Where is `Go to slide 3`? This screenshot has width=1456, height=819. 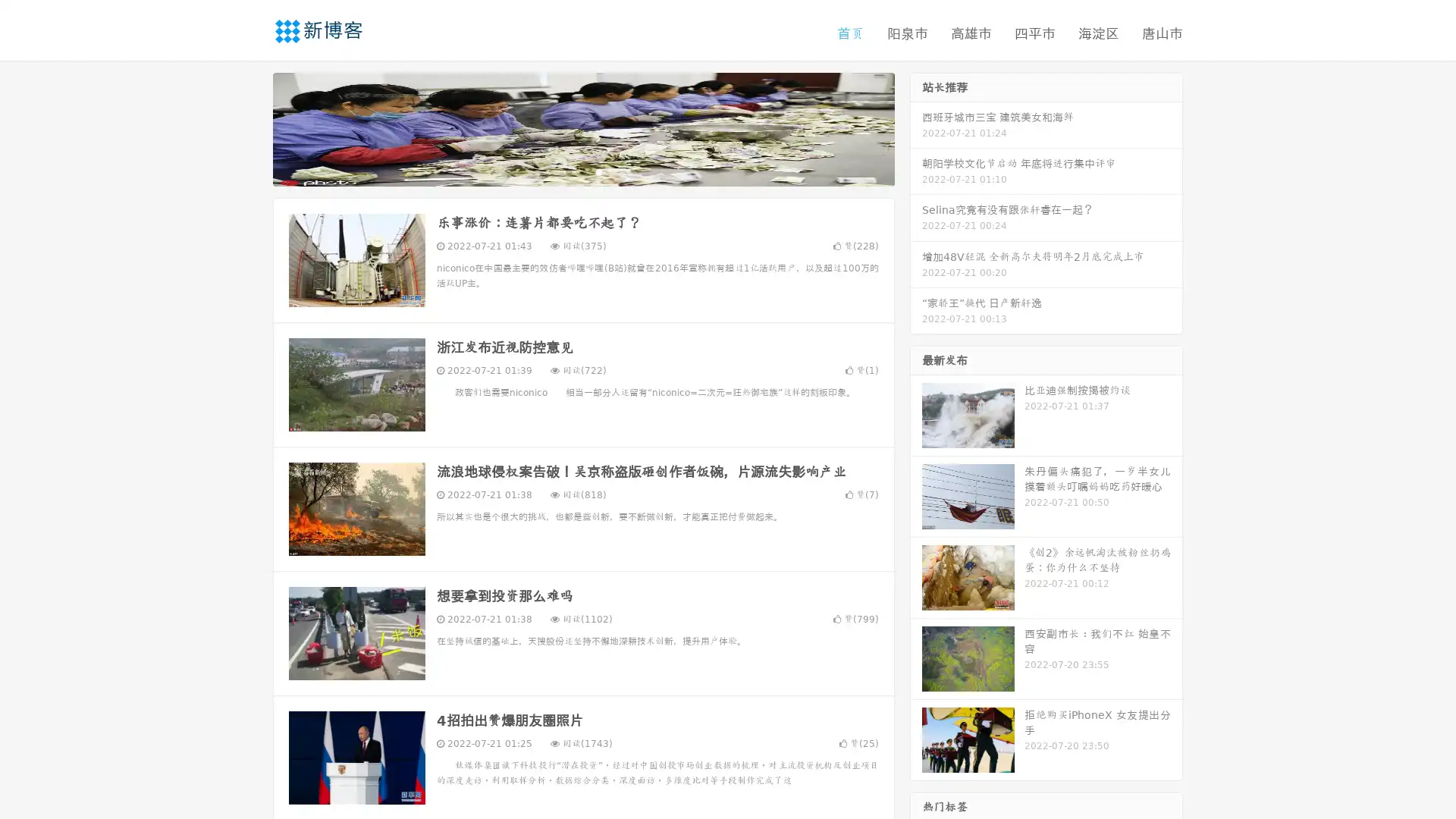
Go to slide 3 is located at coordinates (598, 171).